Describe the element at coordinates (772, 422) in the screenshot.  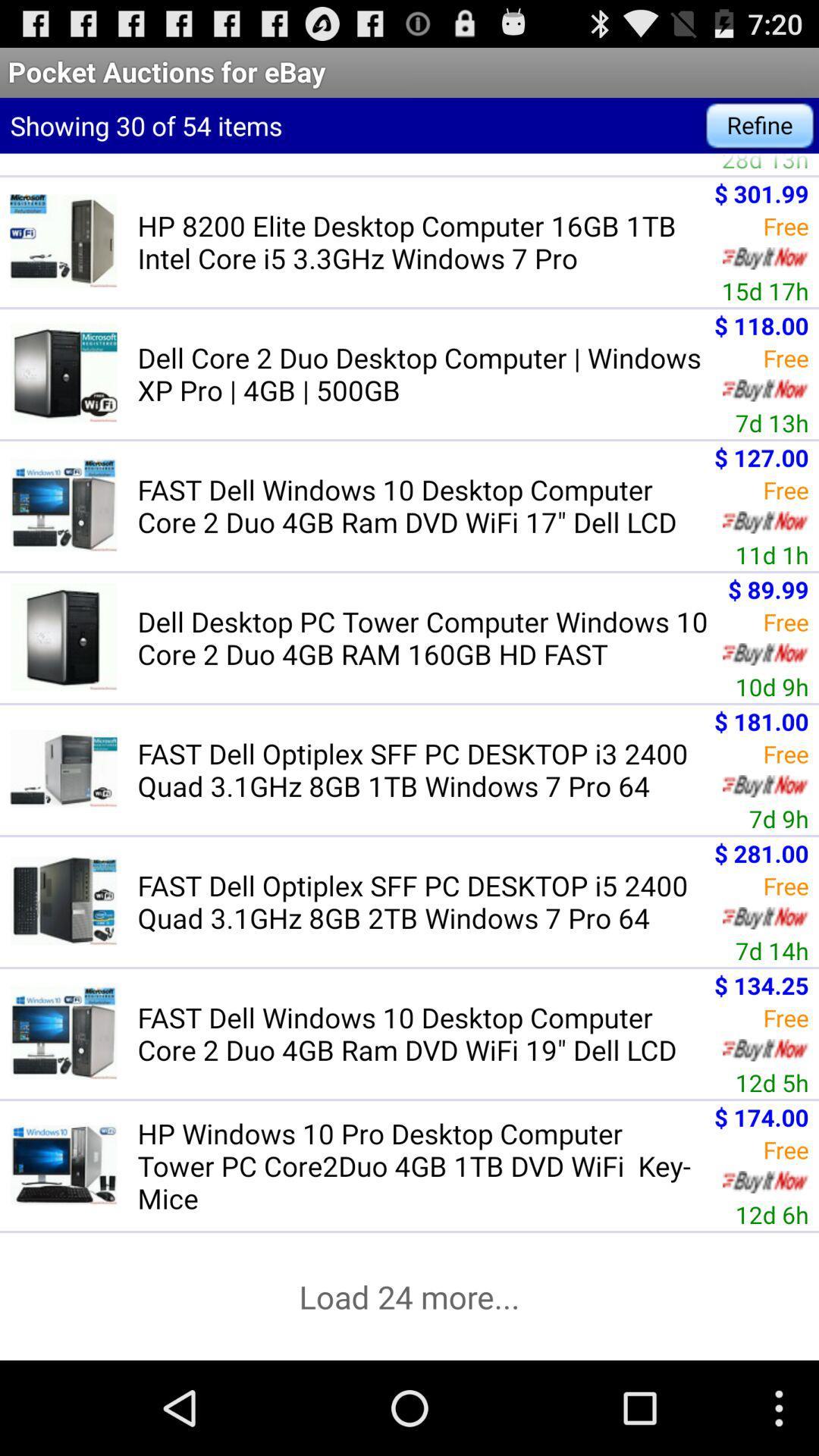
I see `the 7d 13h` at that location.